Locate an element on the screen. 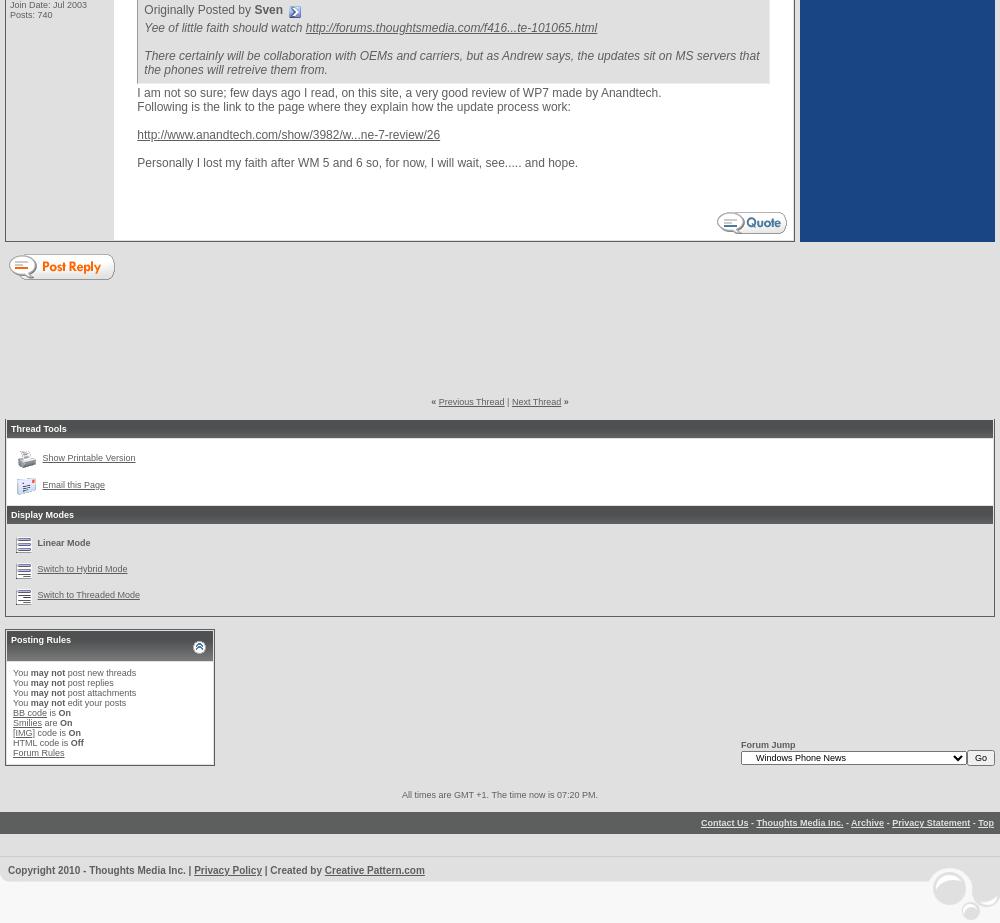  'Contact Us' is located at coordinates (723, 822).